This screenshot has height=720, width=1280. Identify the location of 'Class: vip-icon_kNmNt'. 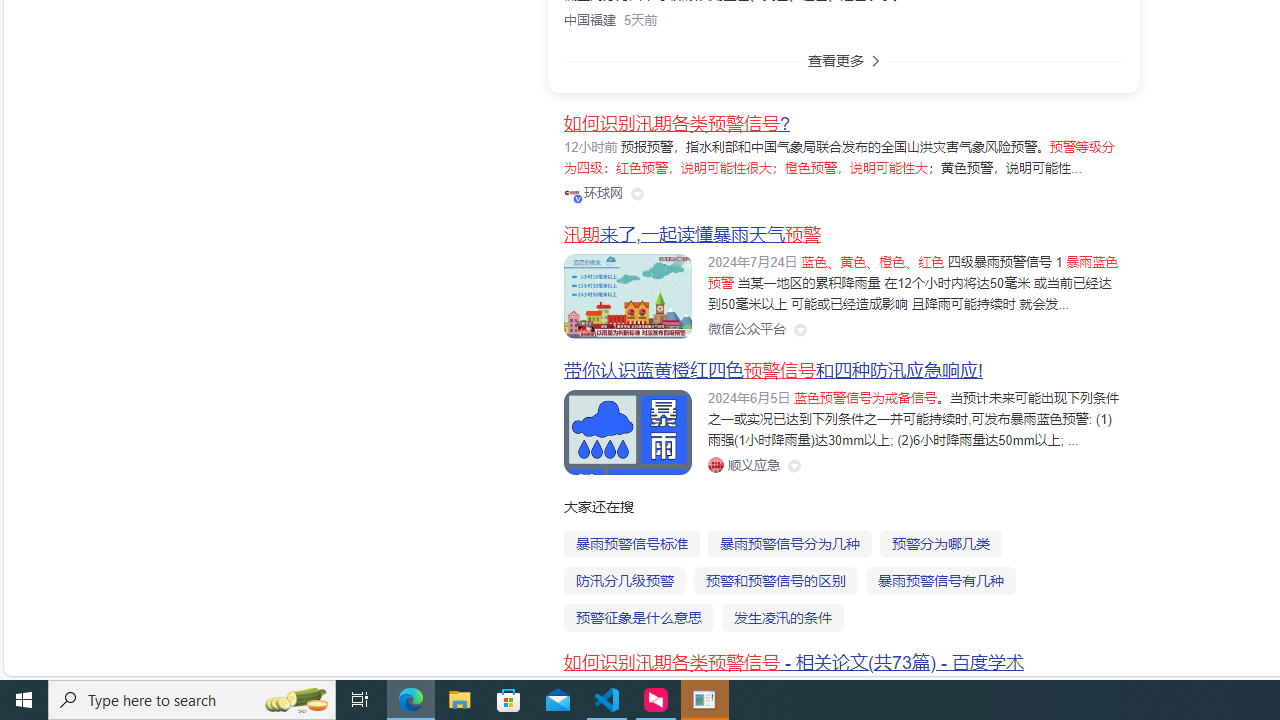
(576, 198).